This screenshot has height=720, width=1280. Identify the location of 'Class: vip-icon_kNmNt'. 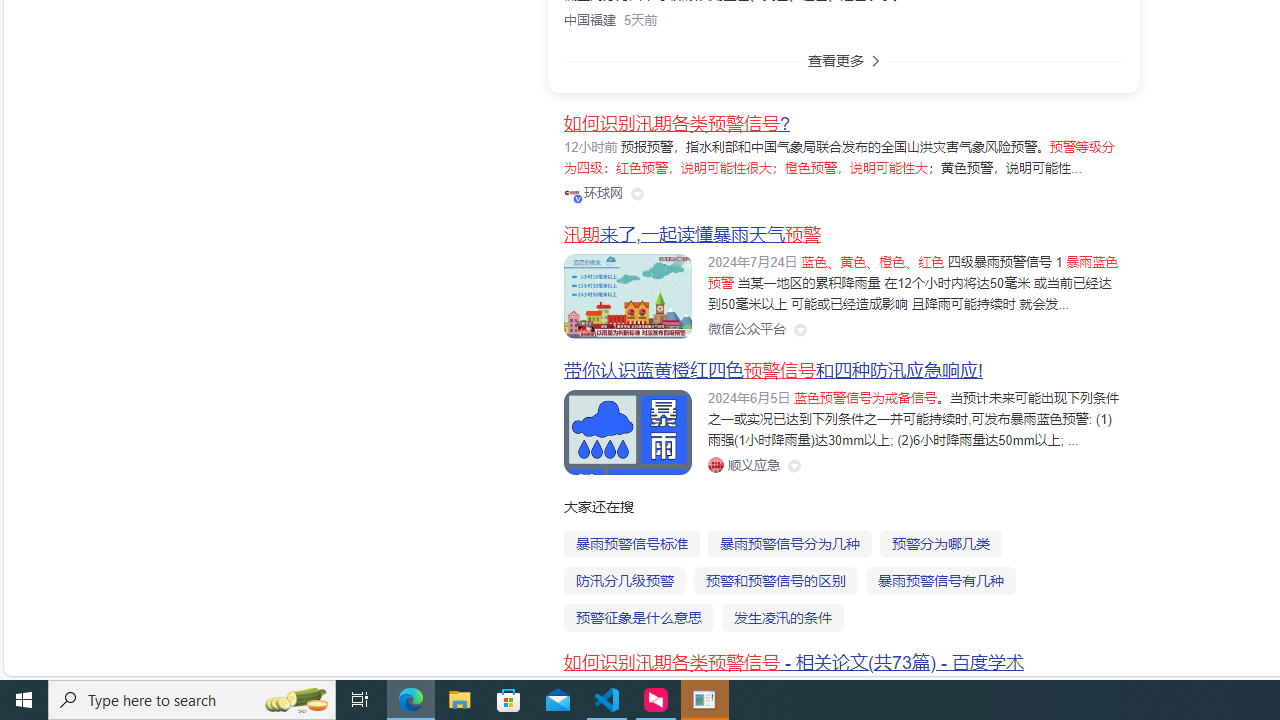
(576, 198).